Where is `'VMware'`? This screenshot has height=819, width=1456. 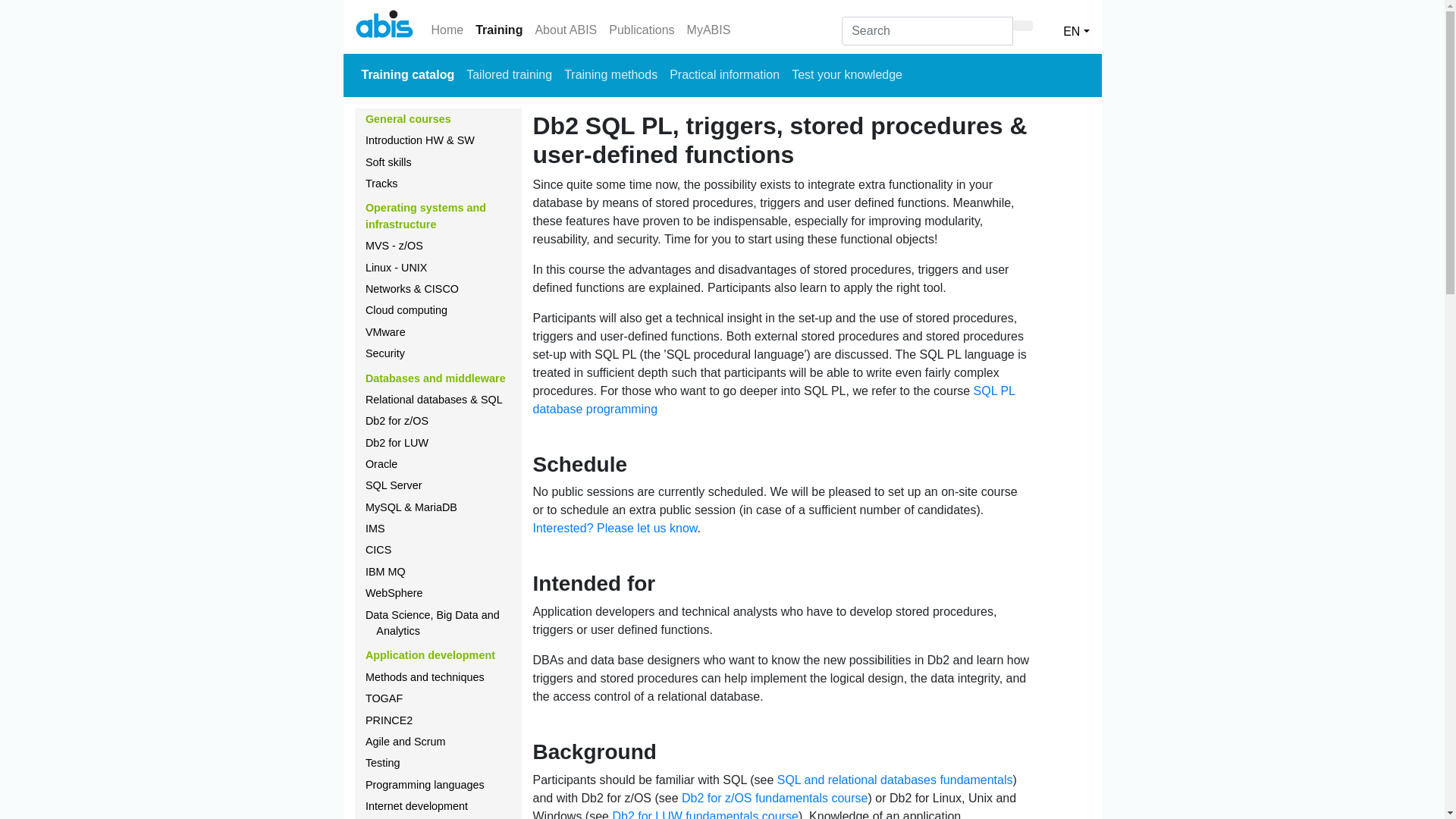 'VMware' is located at coordinates (385, 331).